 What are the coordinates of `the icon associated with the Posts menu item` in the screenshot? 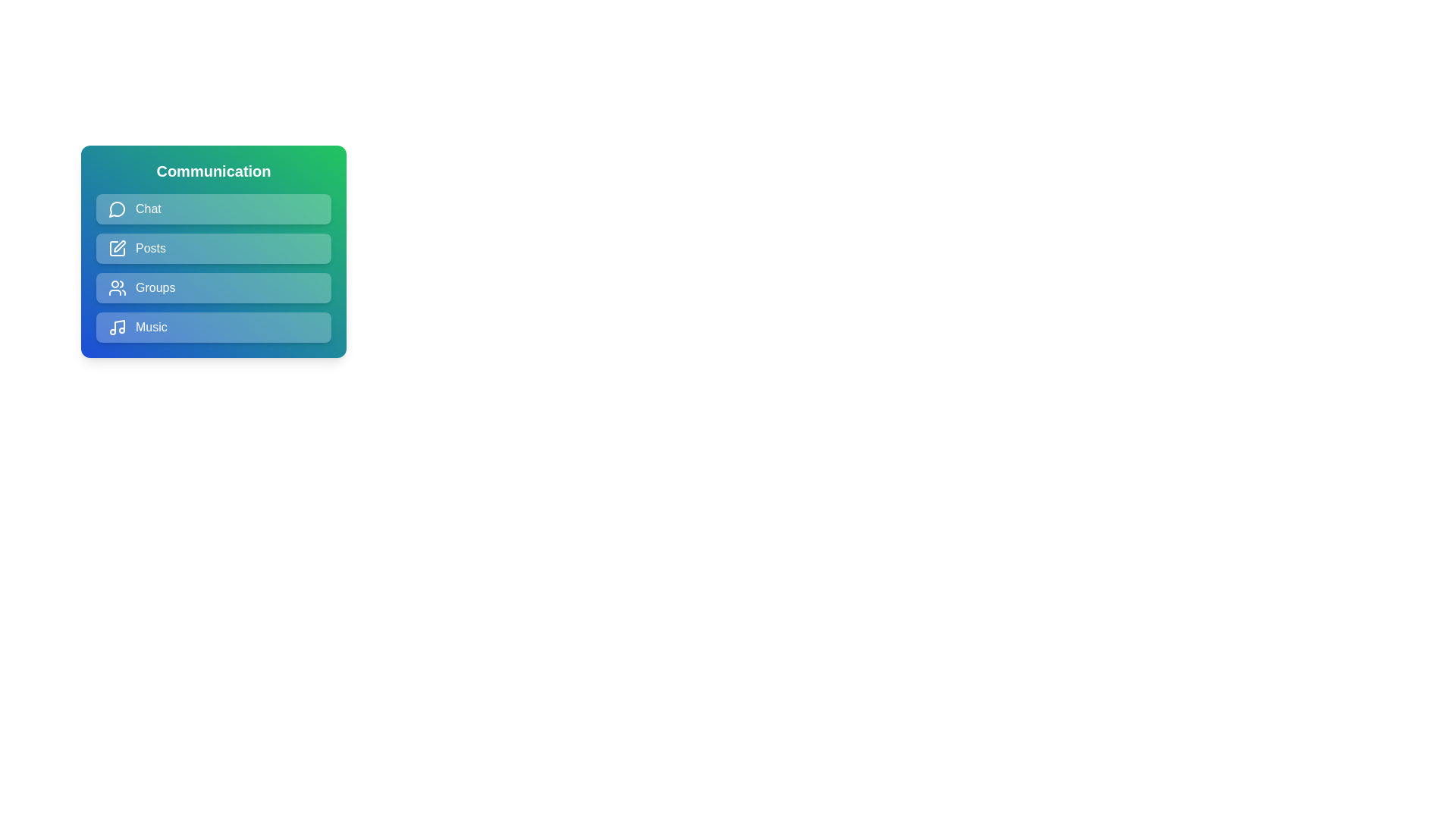 It's located at (116, 247).